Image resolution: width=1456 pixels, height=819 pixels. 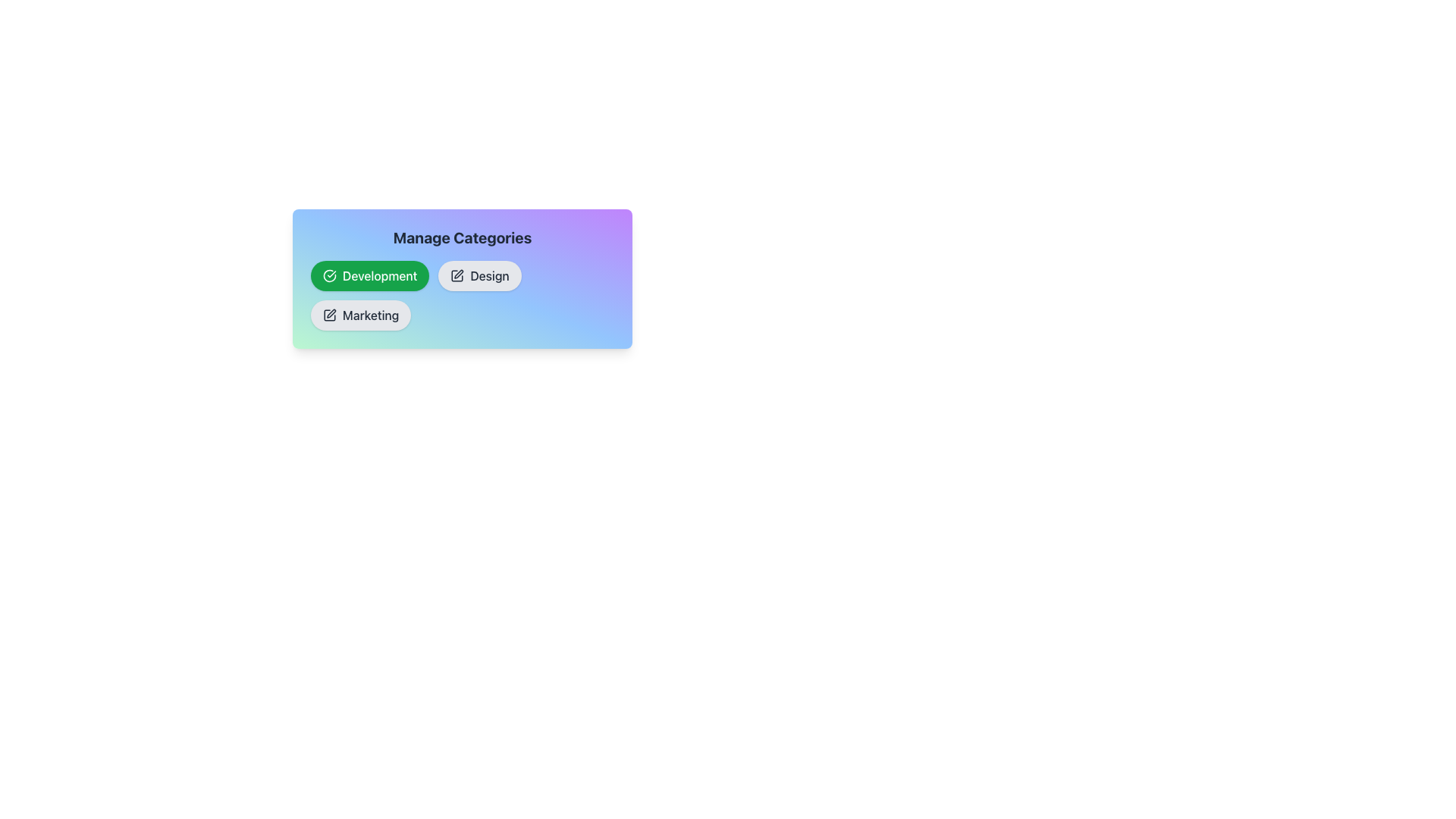 I want to click on the 'Design' button within the horizontally aligned Button Group located under the 'Manage Categories' title, so click(x=461, y=295).